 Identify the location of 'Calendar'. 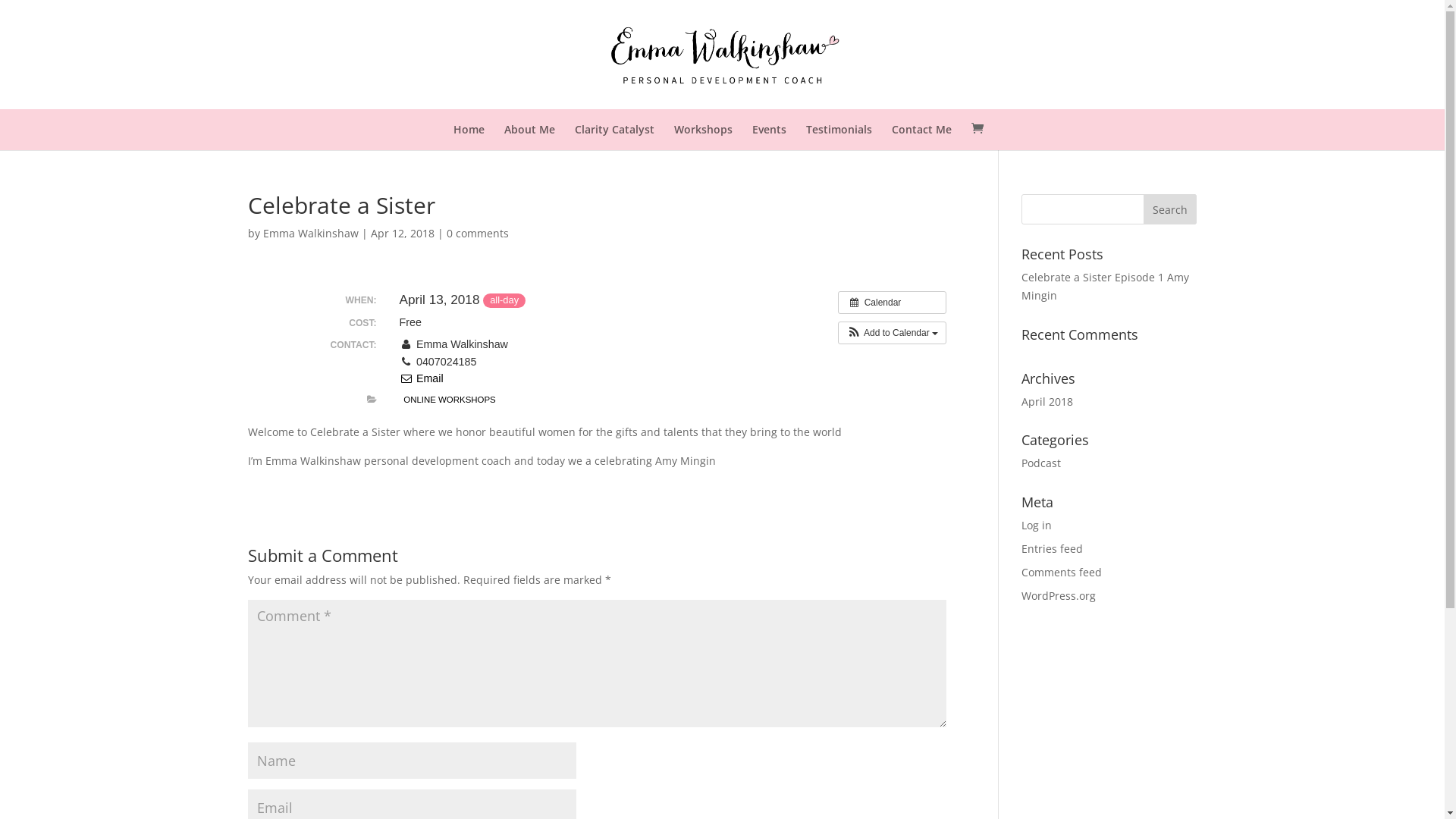
(892, 302).